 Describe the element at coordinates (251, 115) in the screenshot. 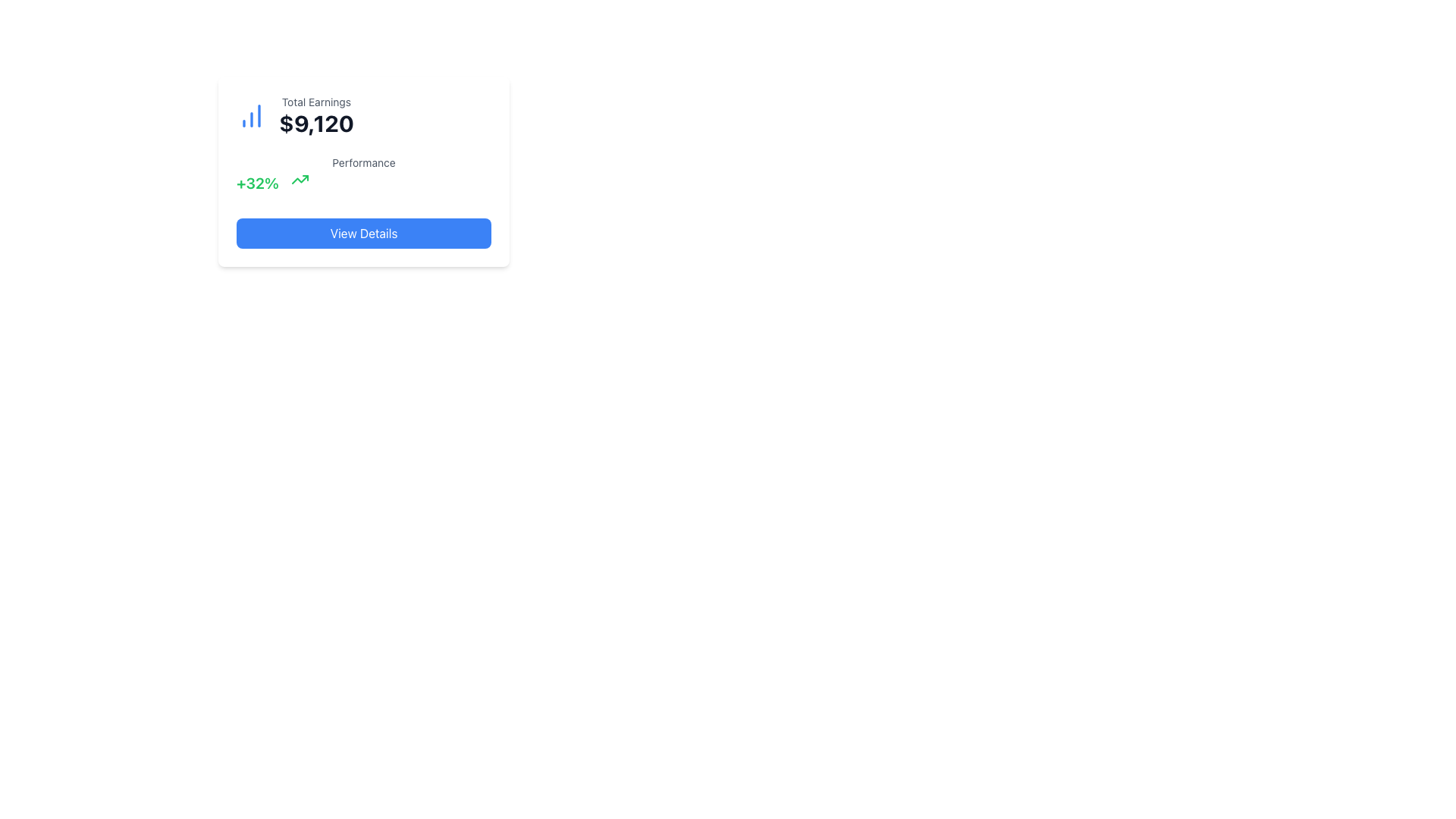

I see `the minimalistic blue bar chart icon located at the top-left corner of the card layout, which is adjacent to the text 'Total Earnings' and '$9,120'` at that location.